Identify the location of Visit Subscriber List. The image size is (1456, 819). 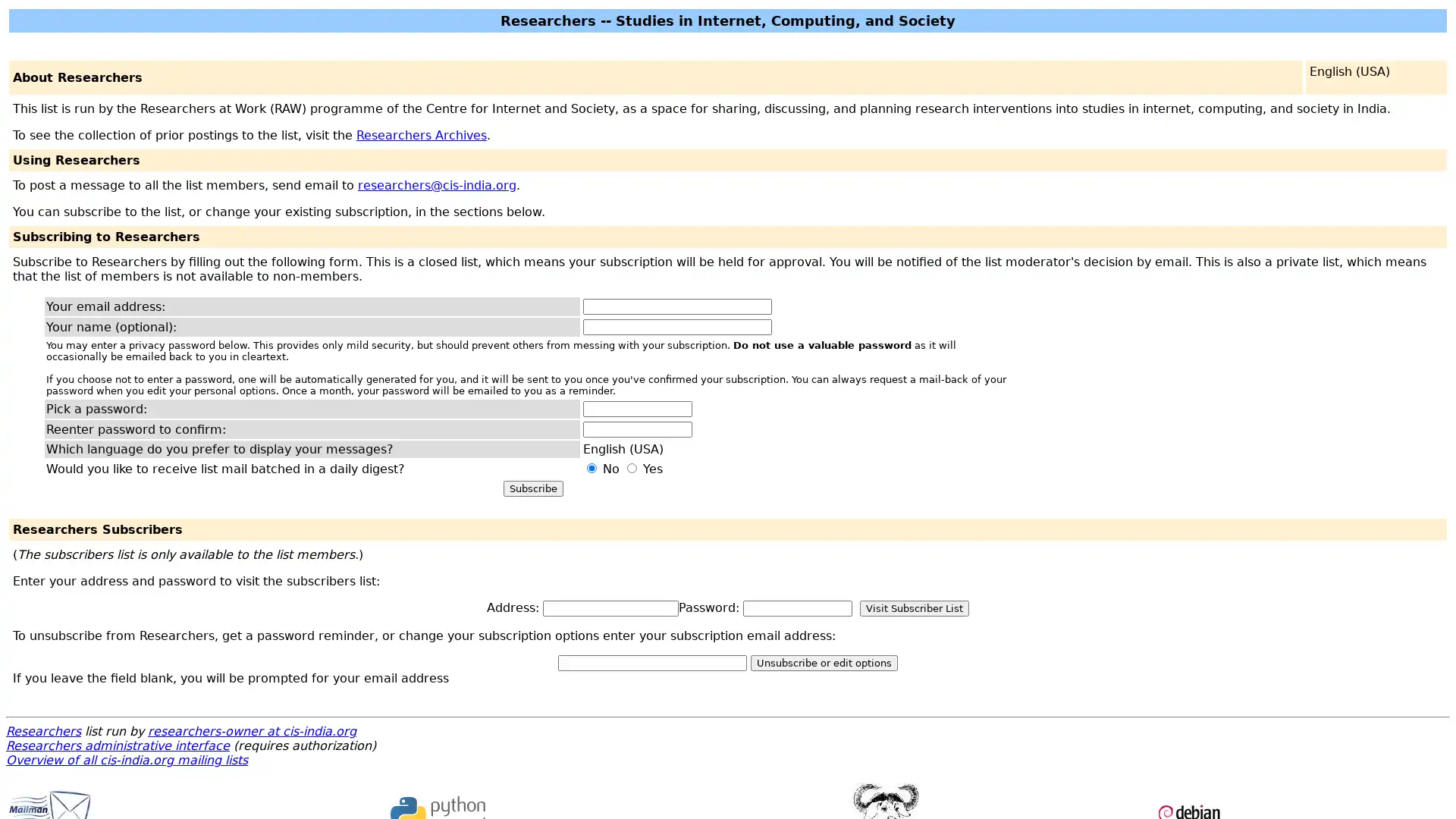
(913, 607).